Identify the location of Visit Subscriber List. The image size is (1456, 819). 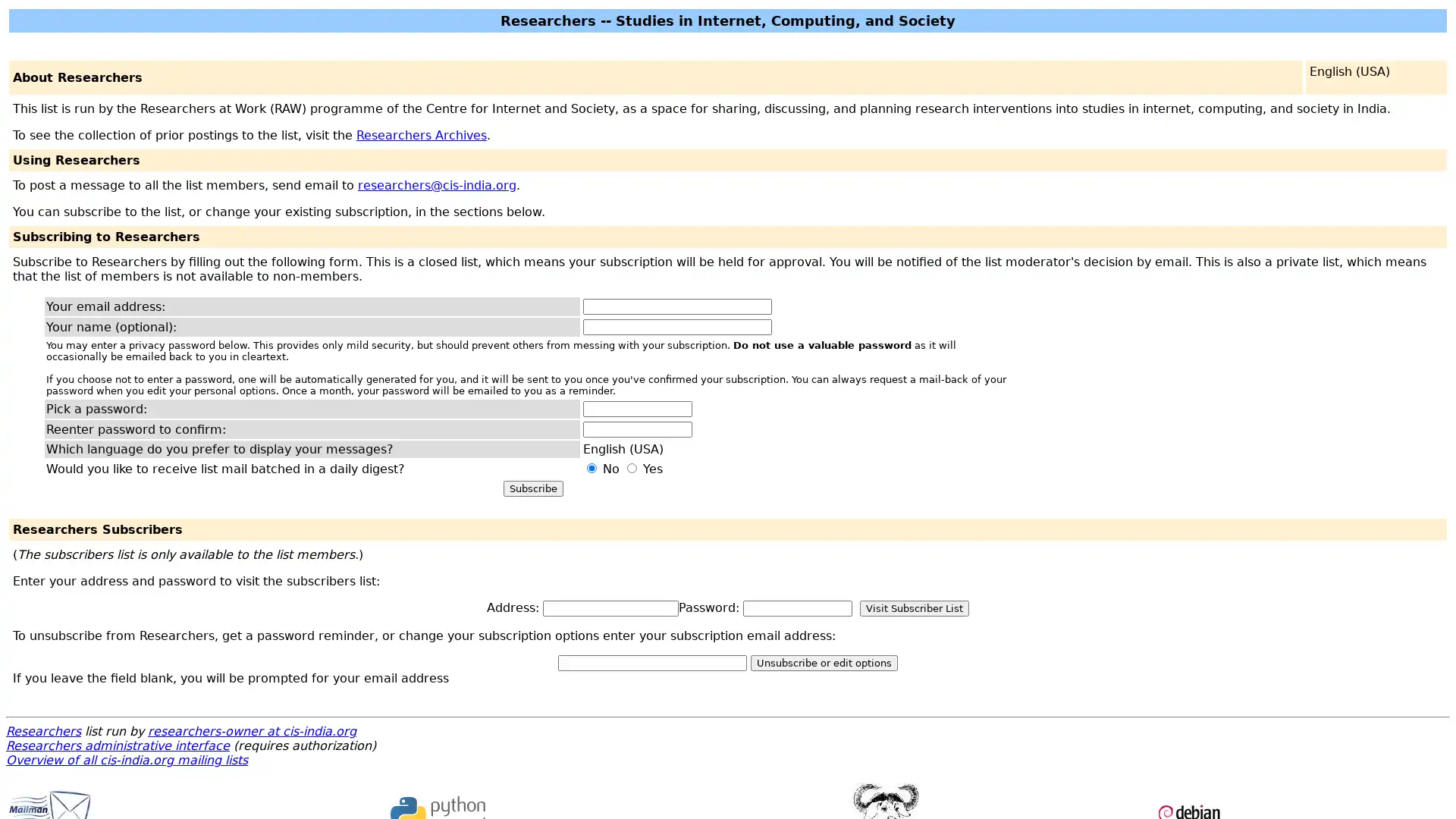
(913, 607).